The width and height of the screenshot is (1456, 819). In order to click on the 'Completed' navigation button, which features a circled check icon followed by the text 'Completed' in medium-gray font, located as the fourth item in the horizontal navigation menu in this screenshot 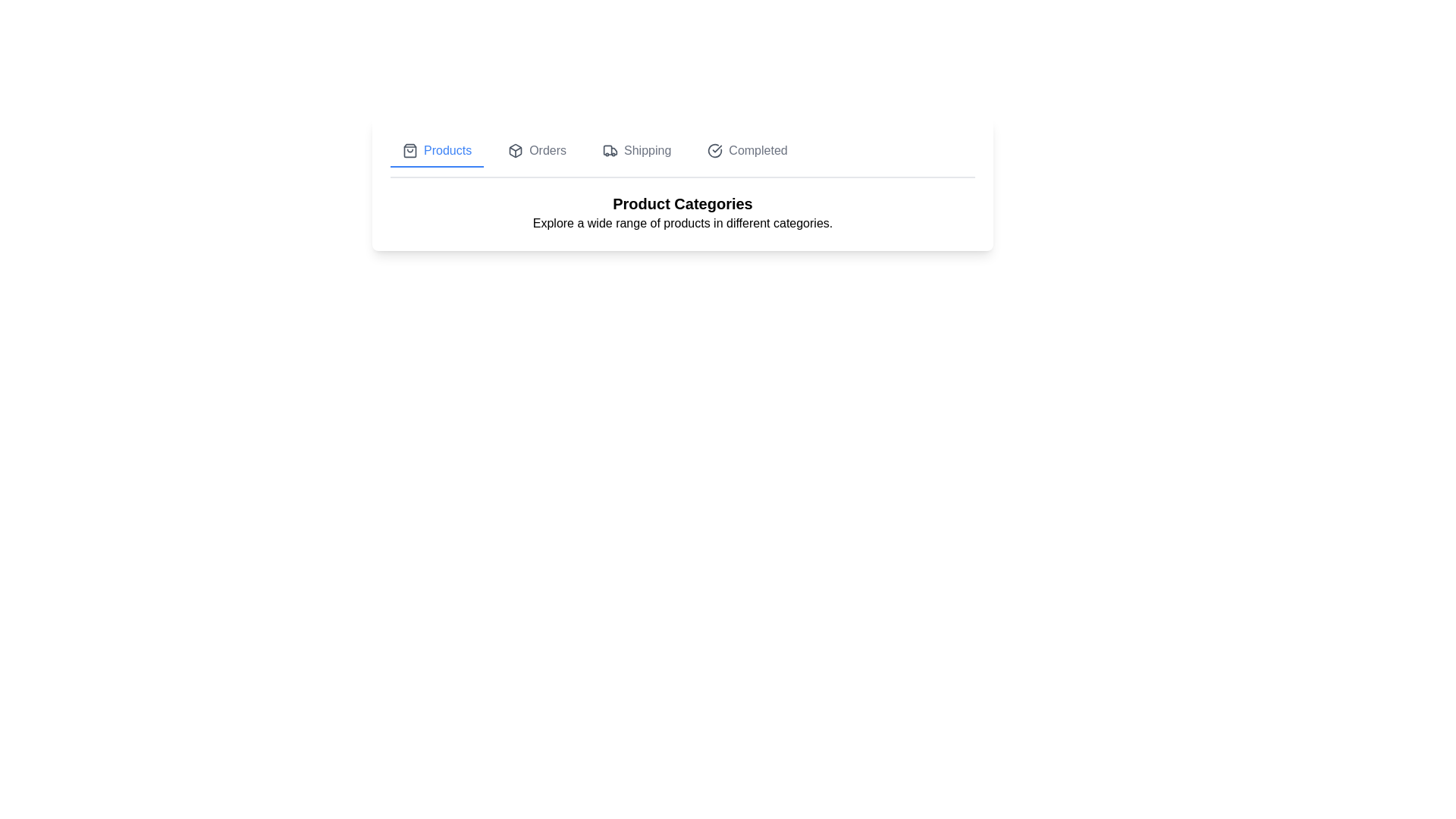, I will do `click(748, 152)`.